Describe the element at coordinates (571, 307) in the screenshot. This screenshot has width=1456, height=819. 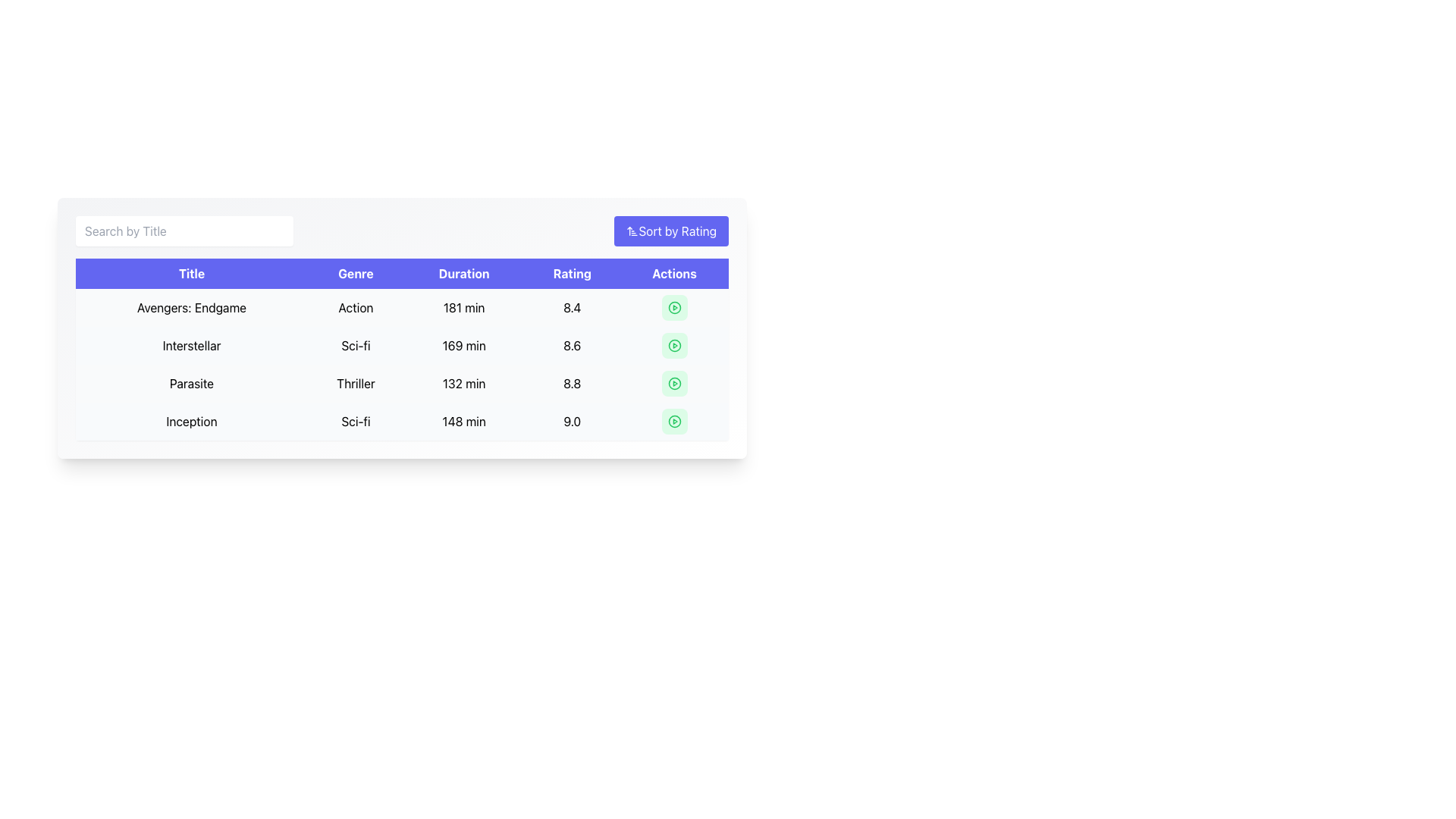
I see `the static text label displaying the rating of the movie 'Avengers: Endgame' located in the 'Rating' column of the table` at that location.